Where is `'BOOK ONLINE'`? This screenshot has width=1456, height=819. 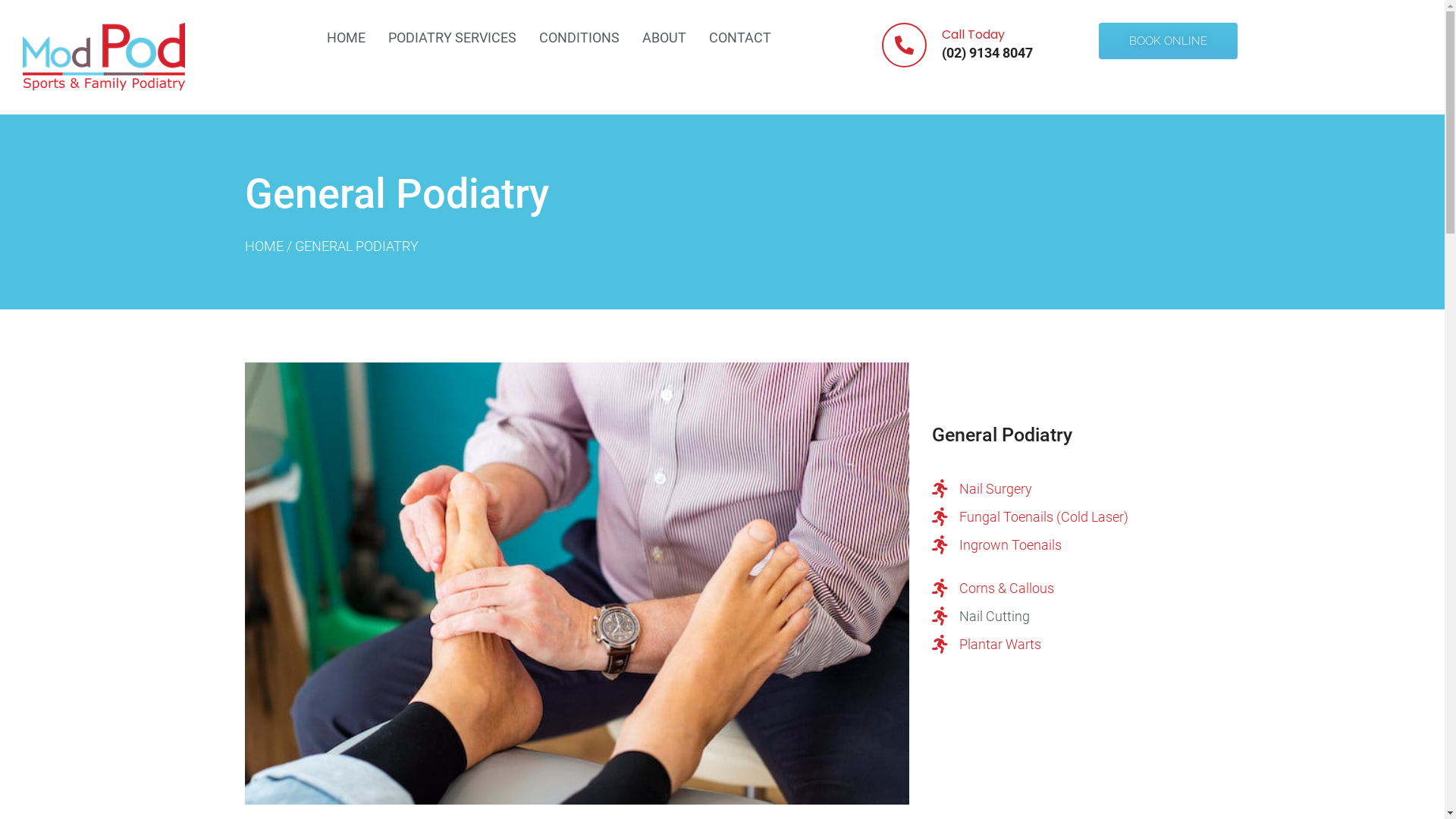
'BOOK ONLINE' is located at coordinates (1167, 40).